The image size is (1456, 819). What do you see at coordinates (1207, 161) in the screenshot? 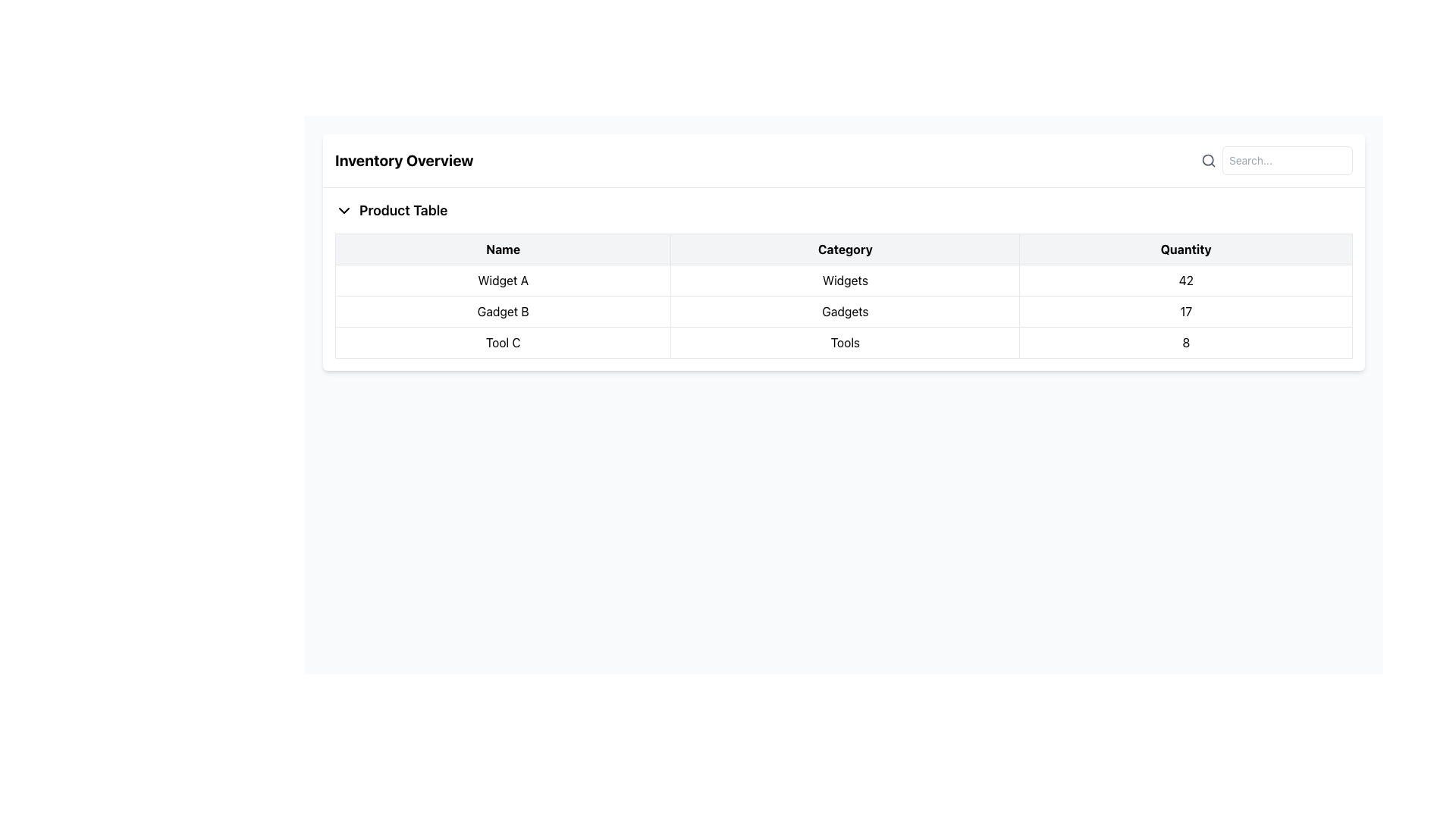
I see `the modern line-art styled search icon located to the left of the text input field labeled 'Search...'` at bounding box center [1207, 161].